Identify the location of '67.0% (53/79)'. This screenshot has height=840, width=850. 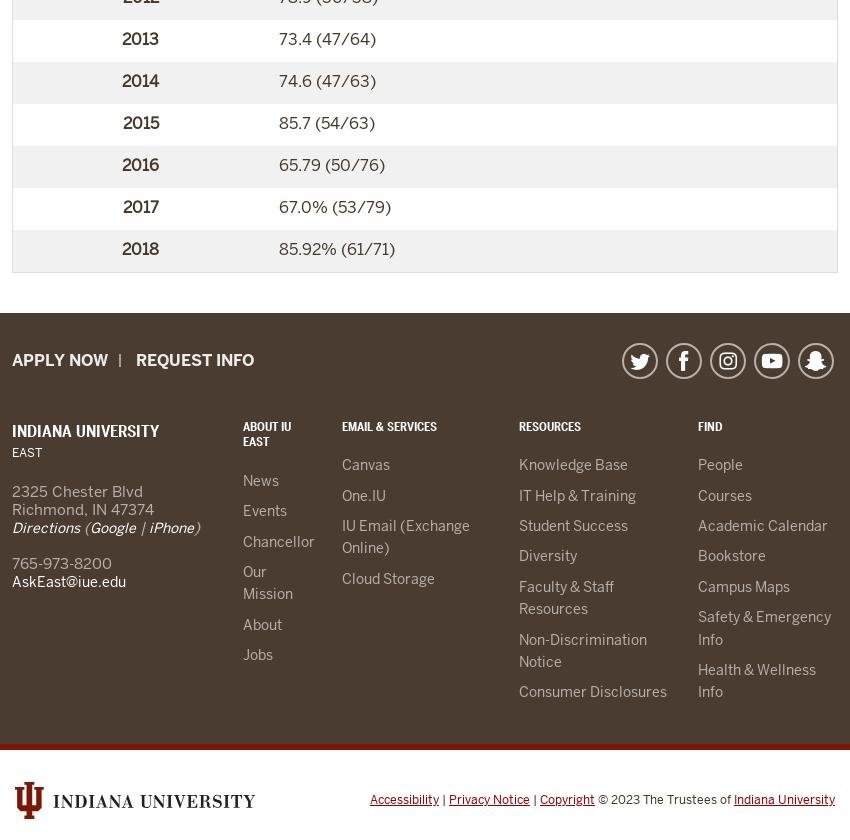
(333, 206).